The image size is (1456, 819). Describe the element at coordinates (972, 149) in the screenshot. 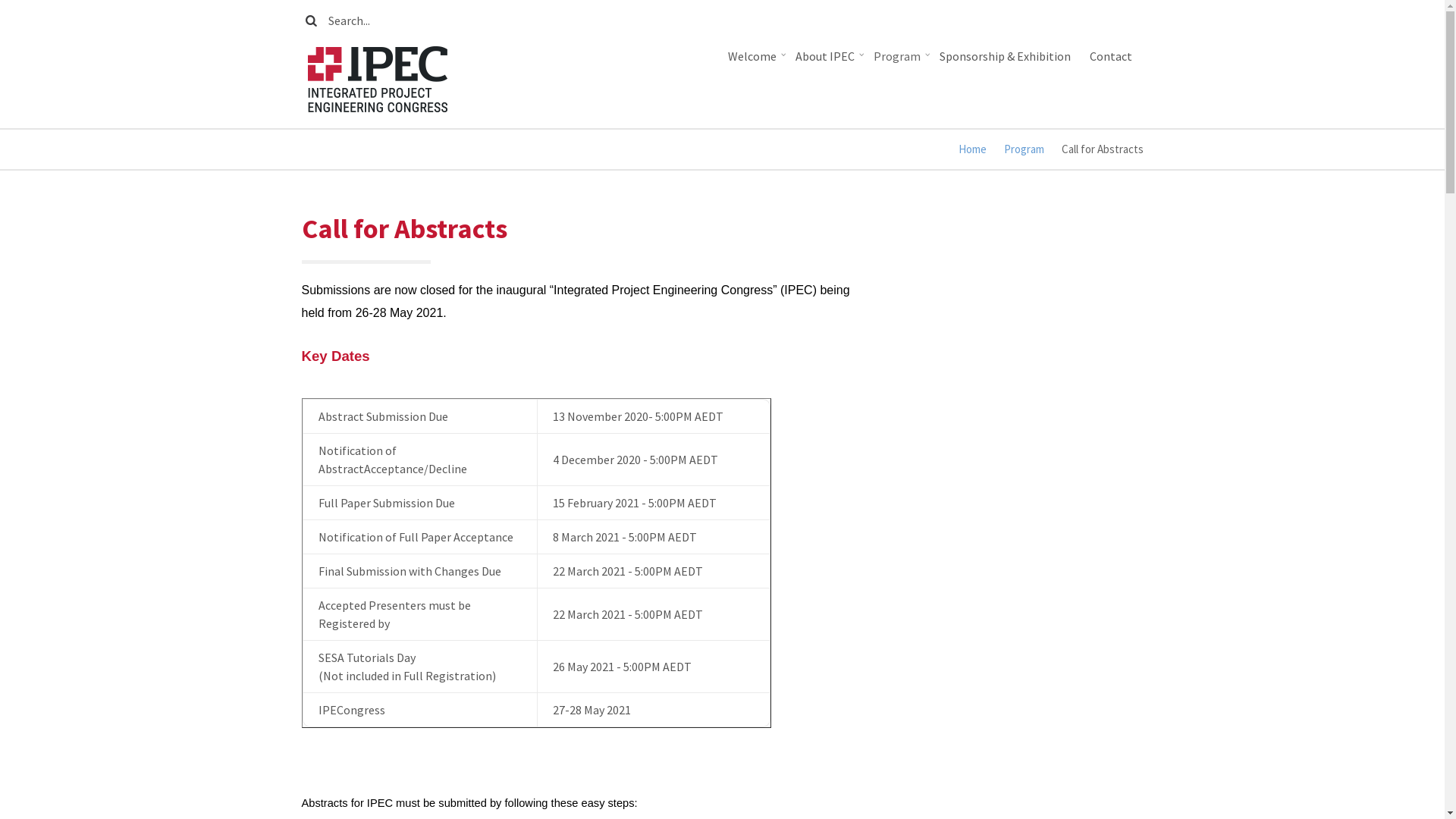

I see `'Home'` at that location.